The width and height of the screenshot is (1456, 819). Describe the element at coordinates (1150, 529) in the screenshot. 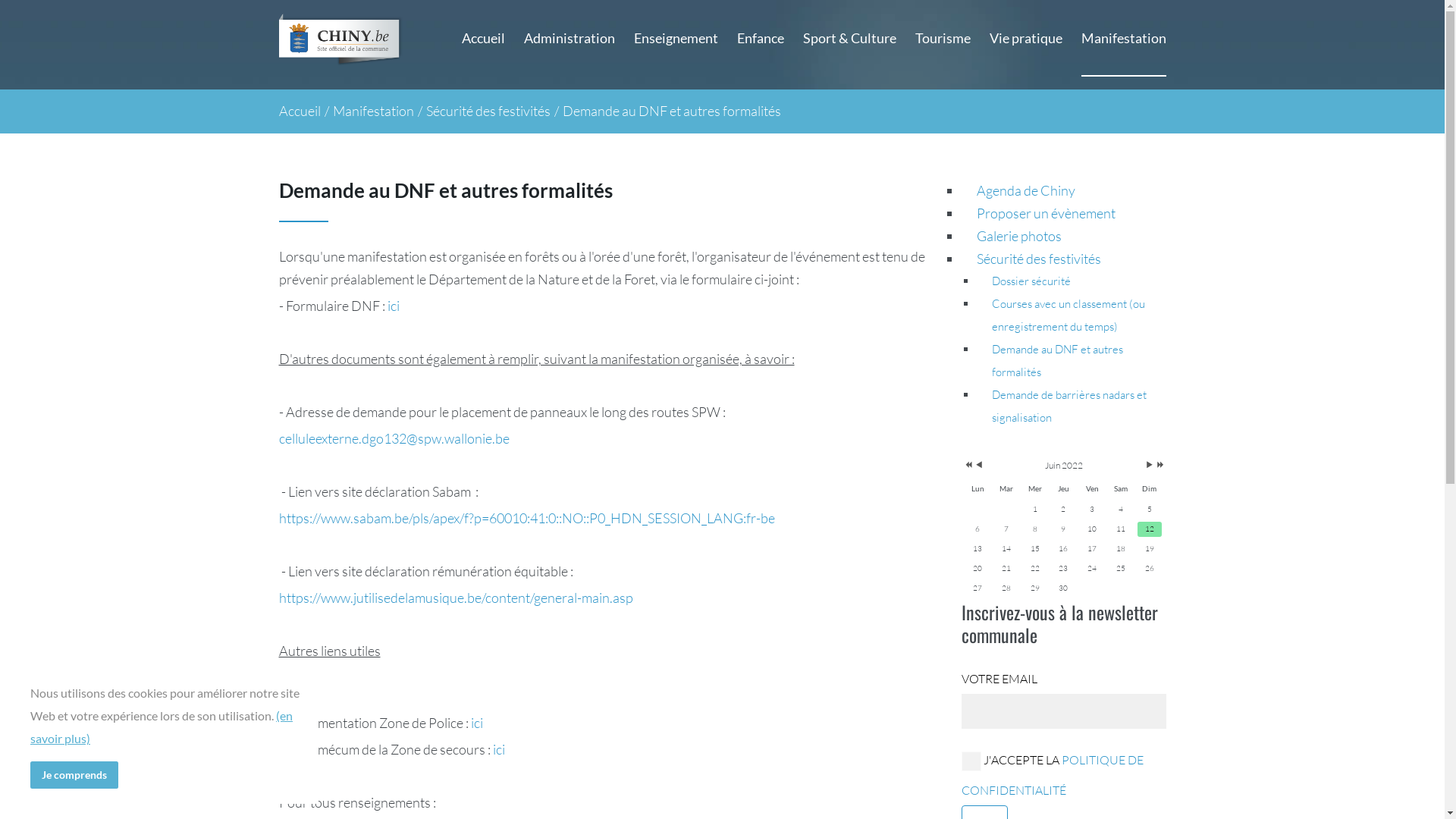

I see `'12'` at that location.